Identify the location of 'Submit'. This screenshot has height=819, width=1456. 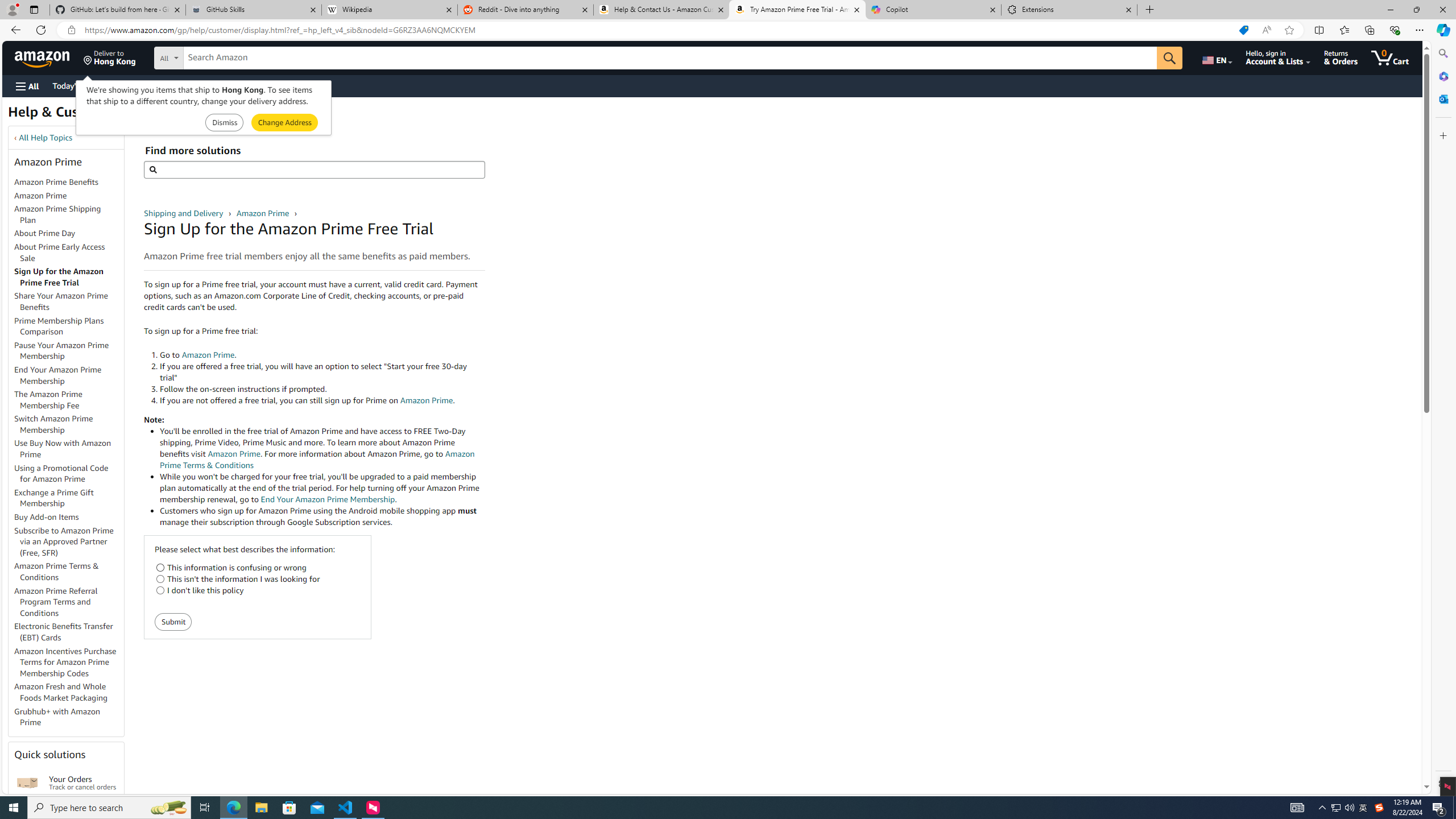
(173, 621).